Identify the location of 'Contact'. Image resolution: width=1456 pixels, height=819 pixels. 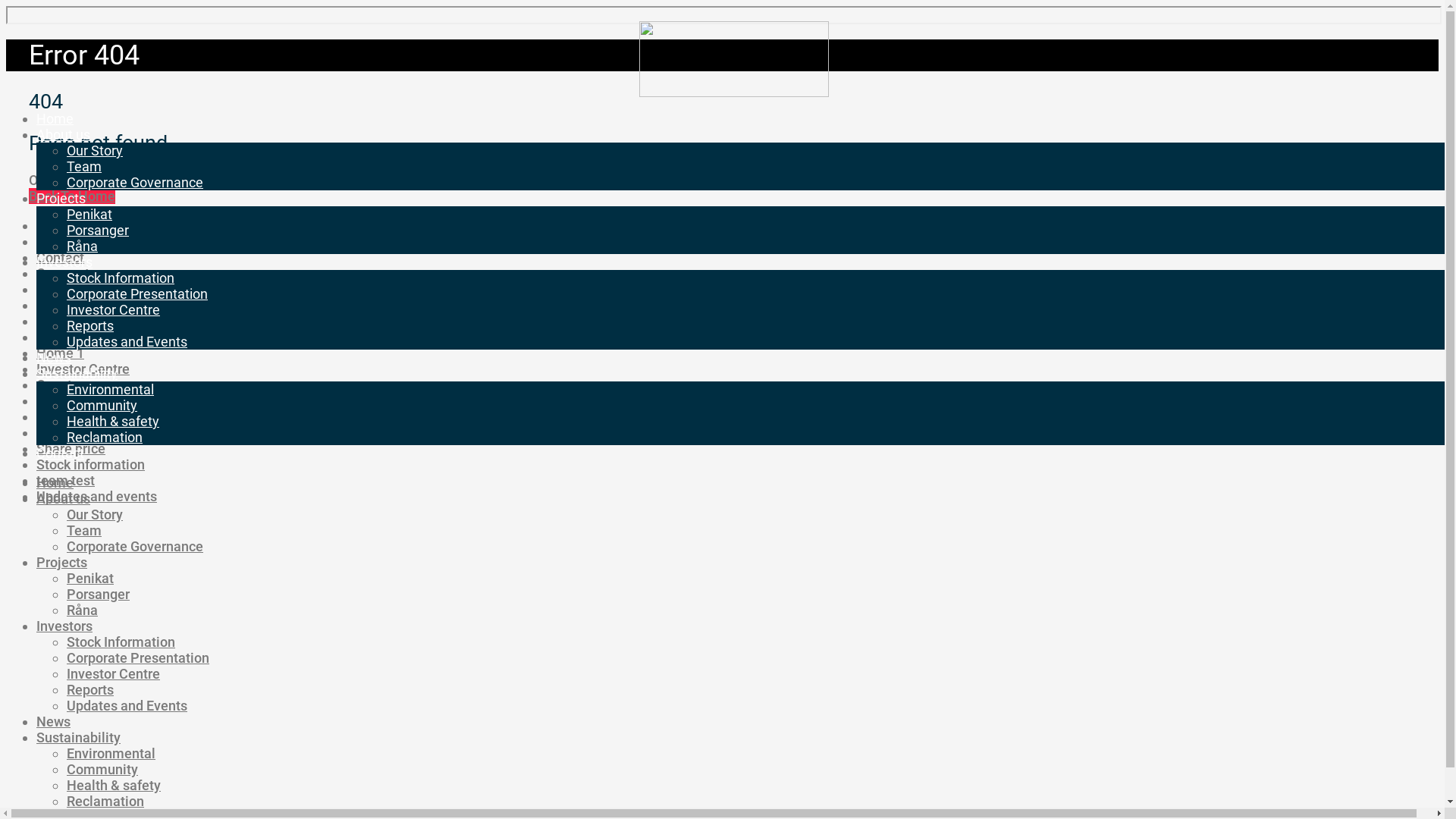
(60, 256).